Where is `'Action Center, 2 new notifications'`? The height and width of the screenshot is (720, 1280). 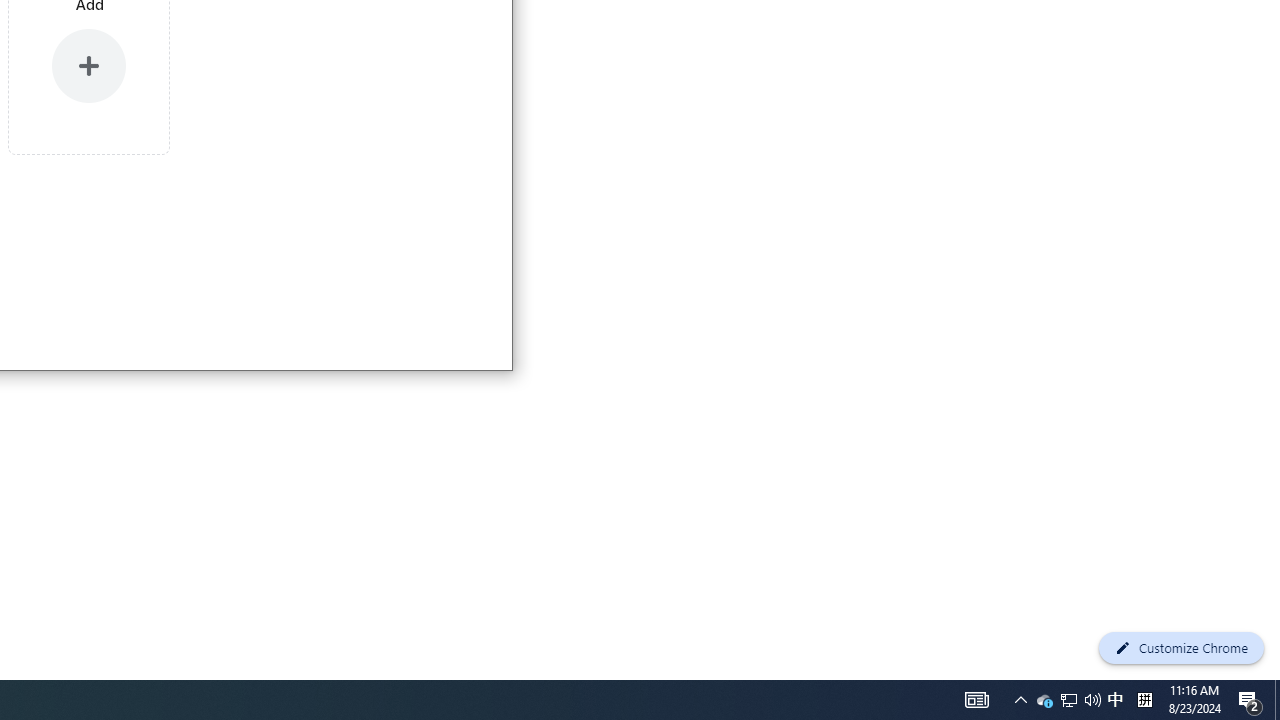 'Action Center, 2 new notifications' is located at coordinates (1250, 698).